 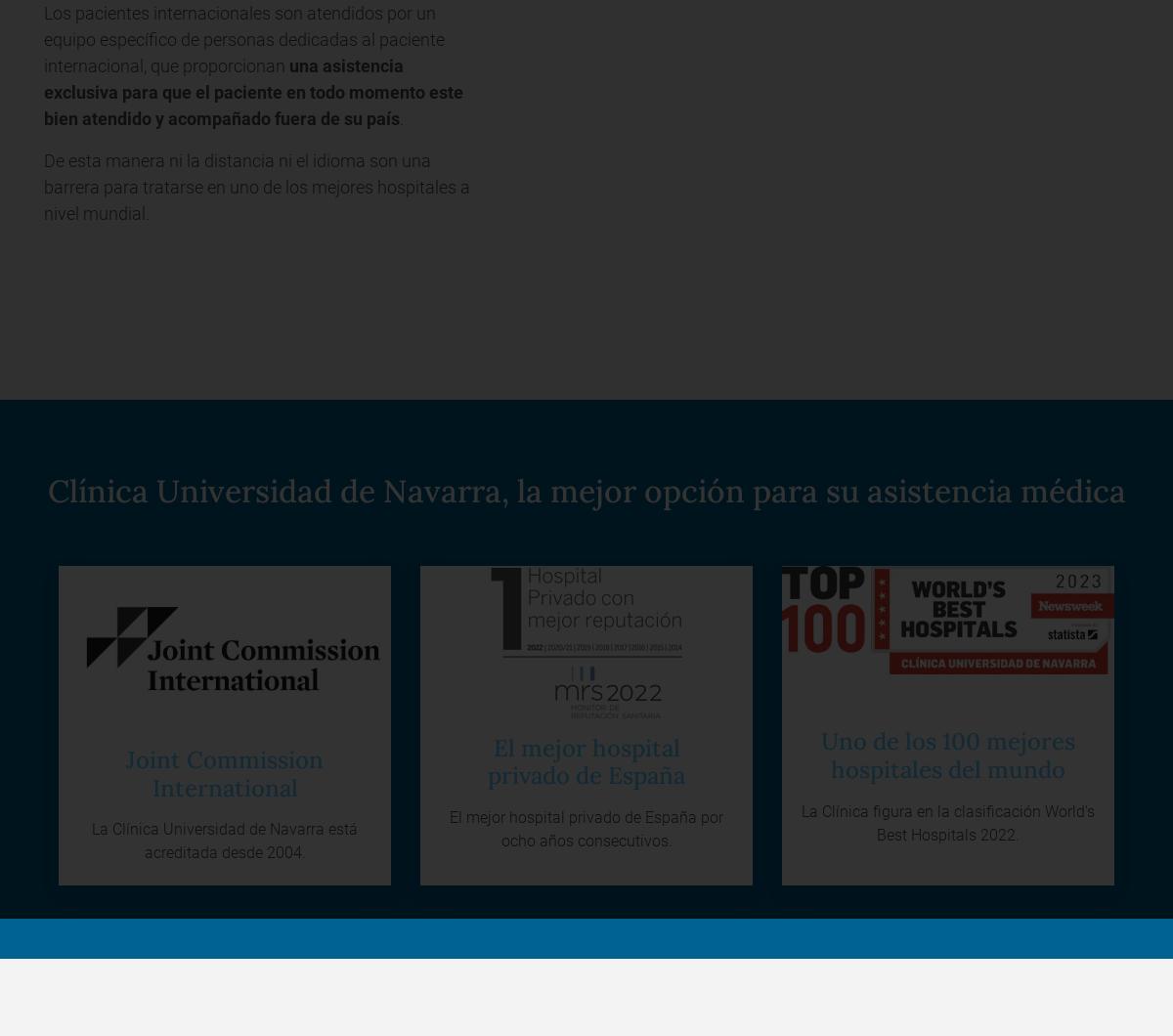 What do you see at coordinates (486, 774) in the screenshot?
I see `'privado de España'` at bounding box center [486, 774].